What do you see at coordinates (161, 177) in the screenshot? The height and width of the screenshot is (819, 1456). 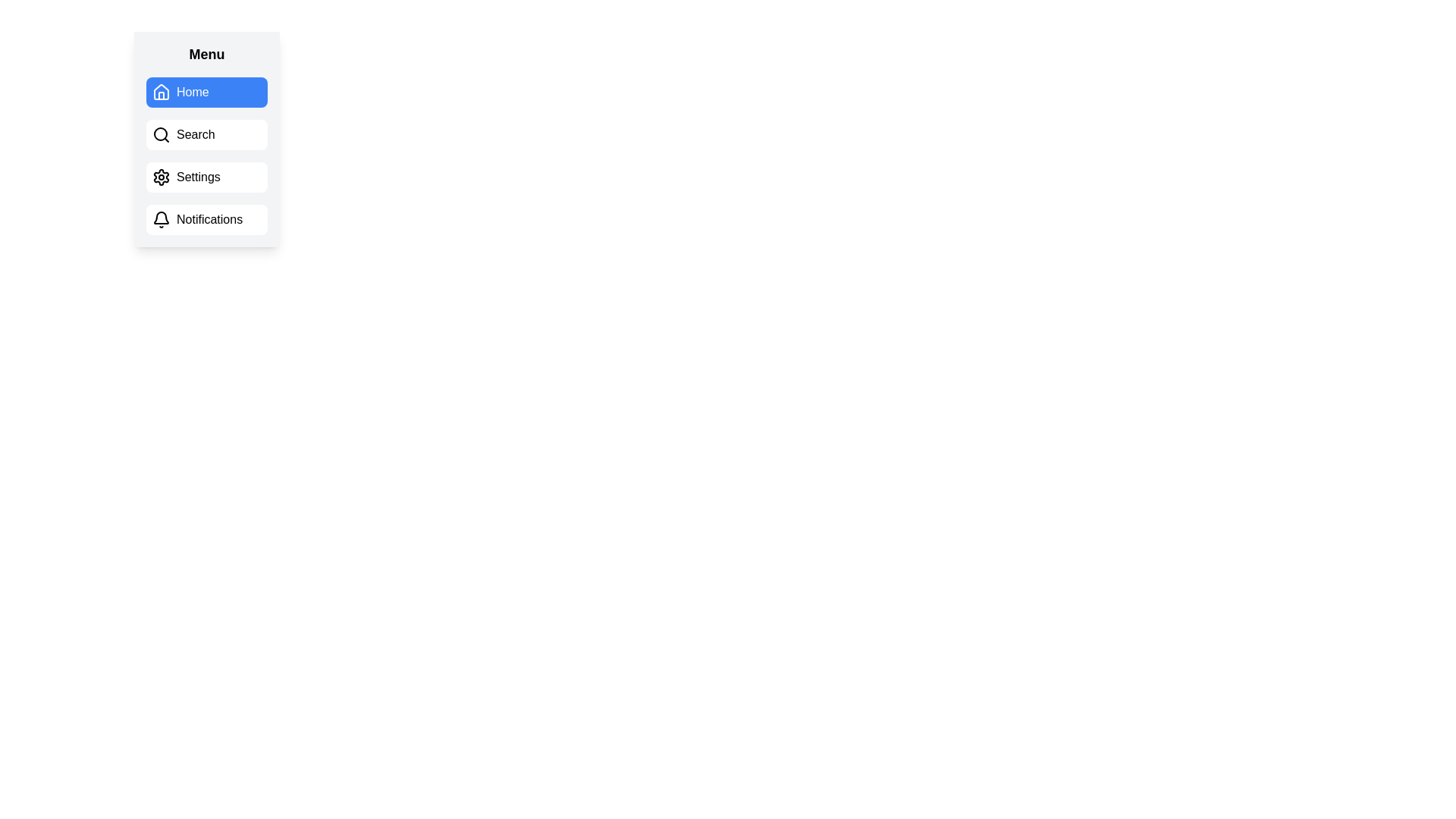 I see `the settings icon which is the left-aligned graphical part of the menu item labeled 'Settings', the third option in the menu layout` at bounding box center [161, 177].